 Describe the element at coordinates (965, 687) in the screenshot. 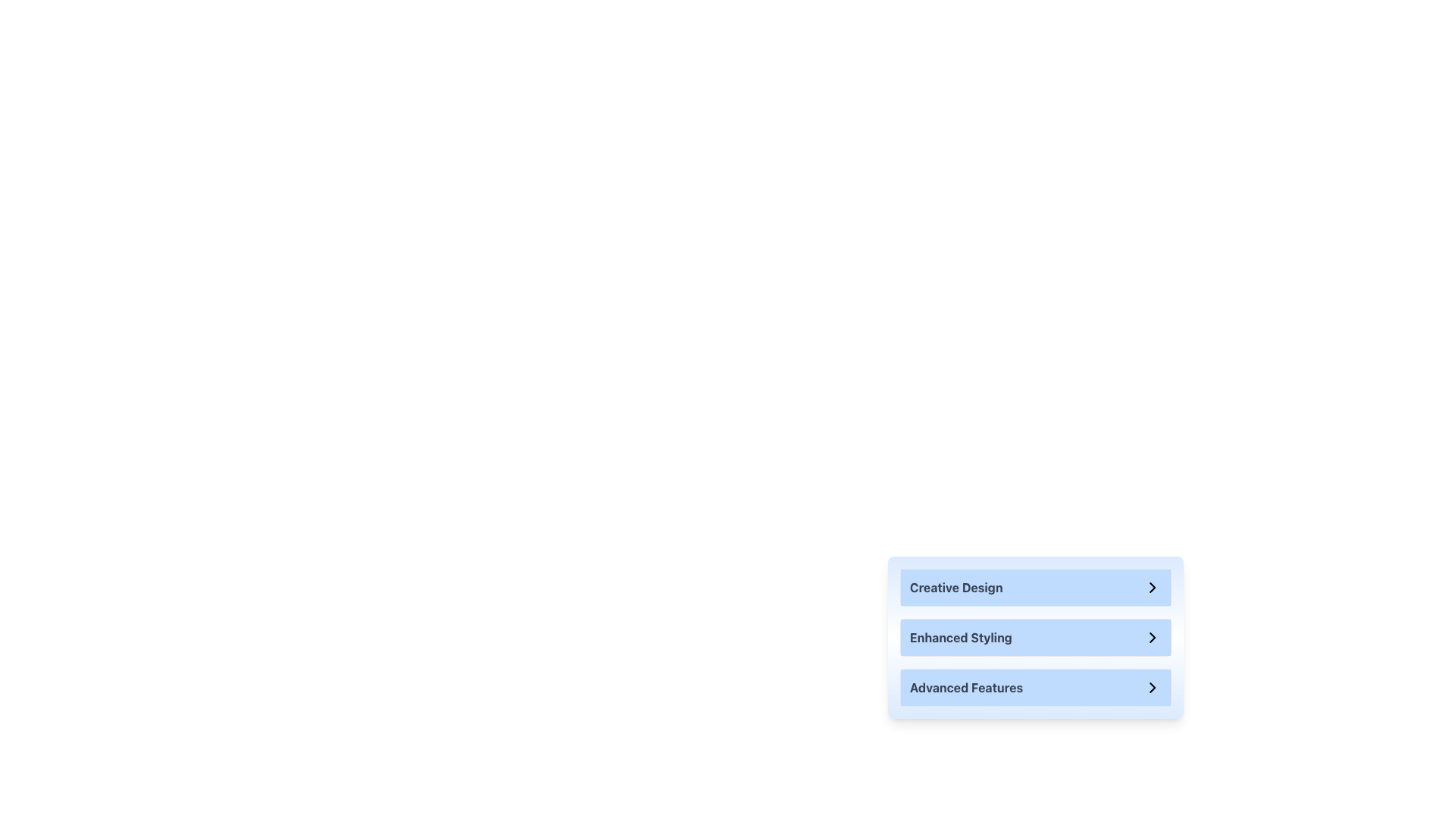

I see `the 'Advanced Features' text label, which serves as a header for a section in a horizontally-aligned menu structure` at that location.